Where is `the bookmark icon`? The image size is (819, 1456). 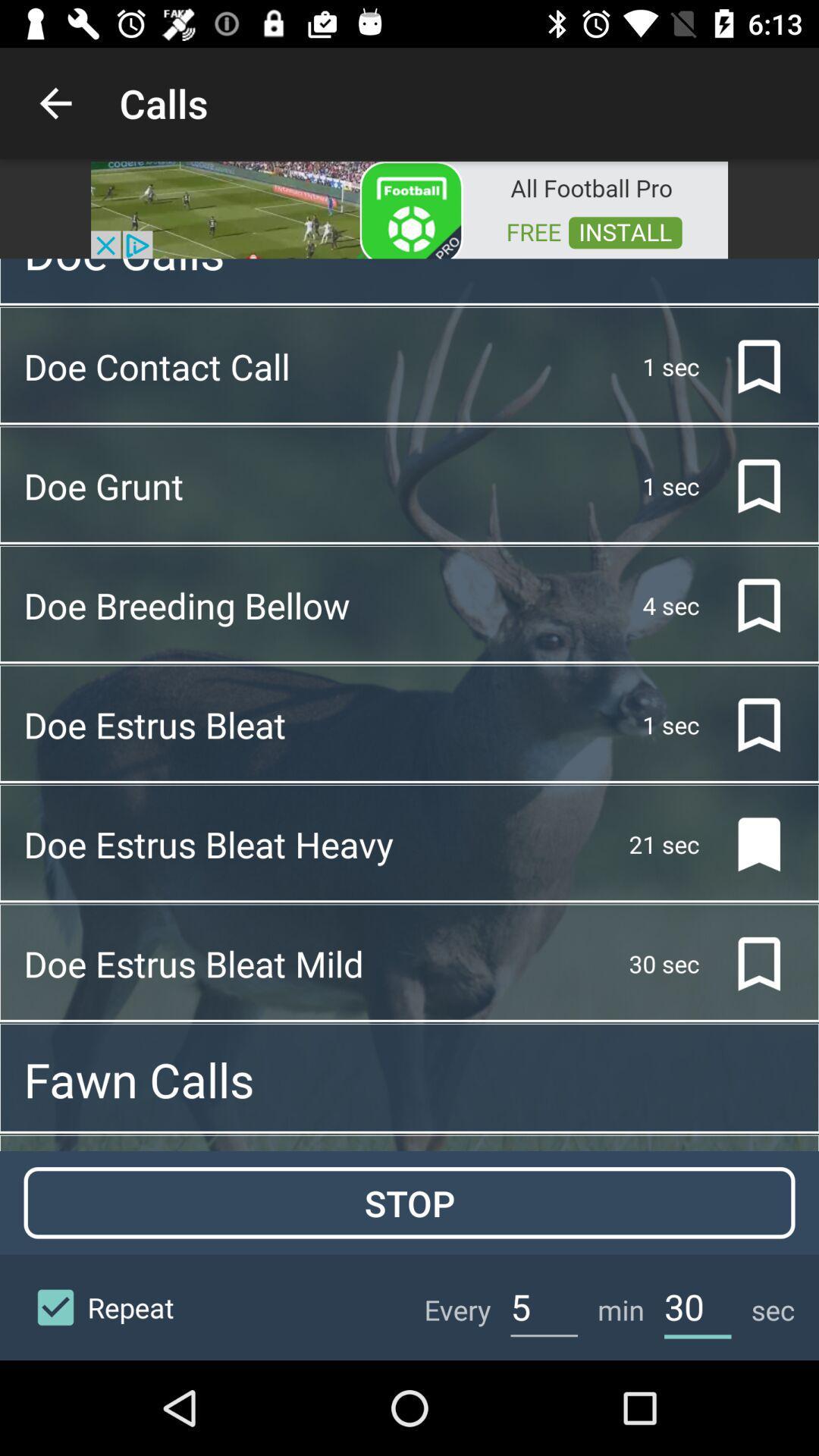
the bookmark icon is located at coordinates (746, 724).